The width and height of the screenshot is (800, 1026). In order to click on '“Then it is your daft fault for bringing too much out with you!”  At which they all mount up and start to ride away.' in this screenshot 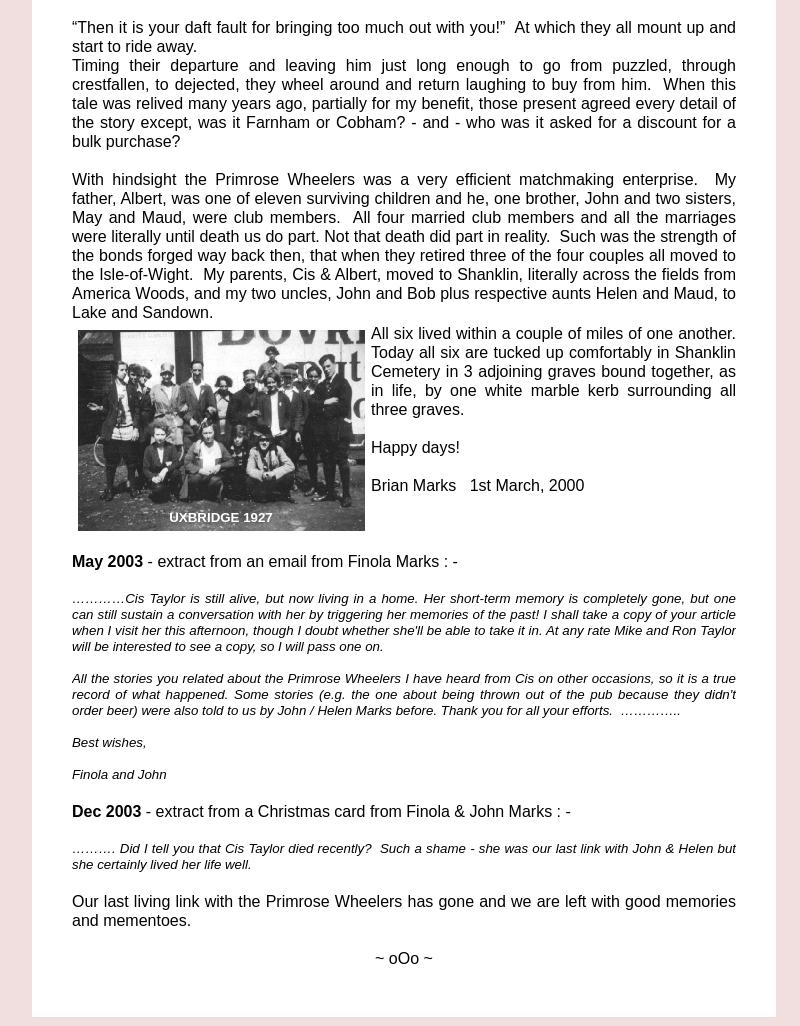, I will do `click(404, 37)`.